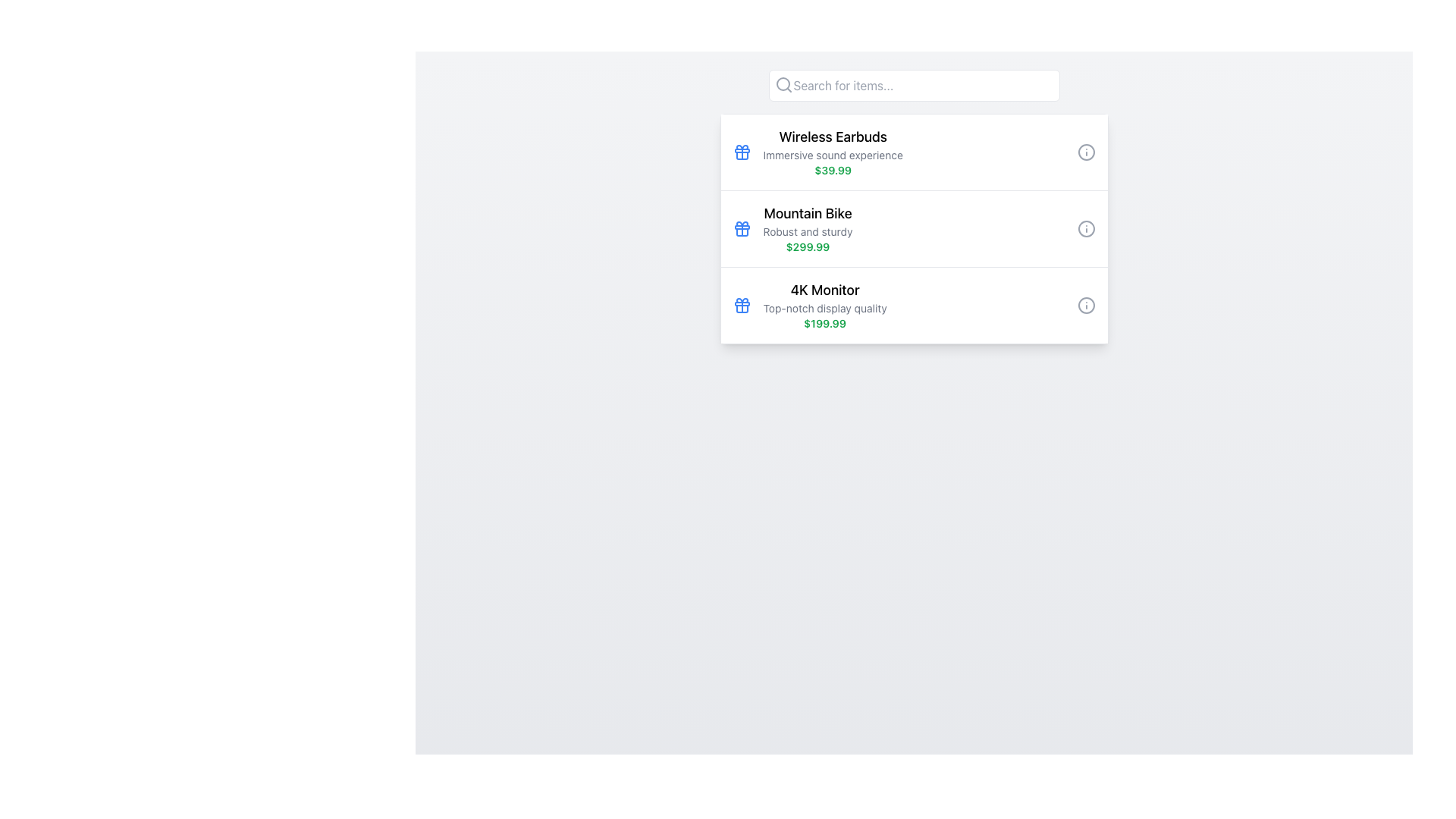 Image resolution: width=1456 pixels, height=819 pixels. I want to click on the second item in the product list, so click(913, 228).